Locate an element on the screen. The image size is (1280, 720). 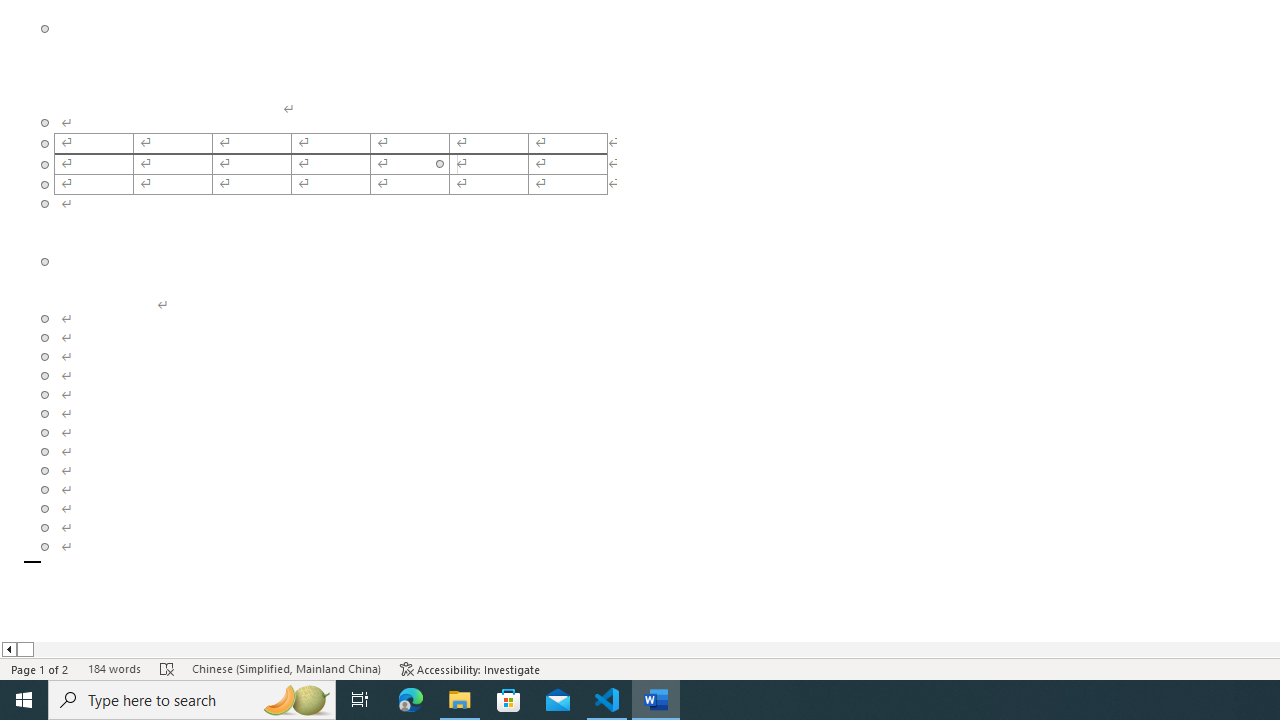
'Word Count 184 words' is located at coordinates (112, 669).